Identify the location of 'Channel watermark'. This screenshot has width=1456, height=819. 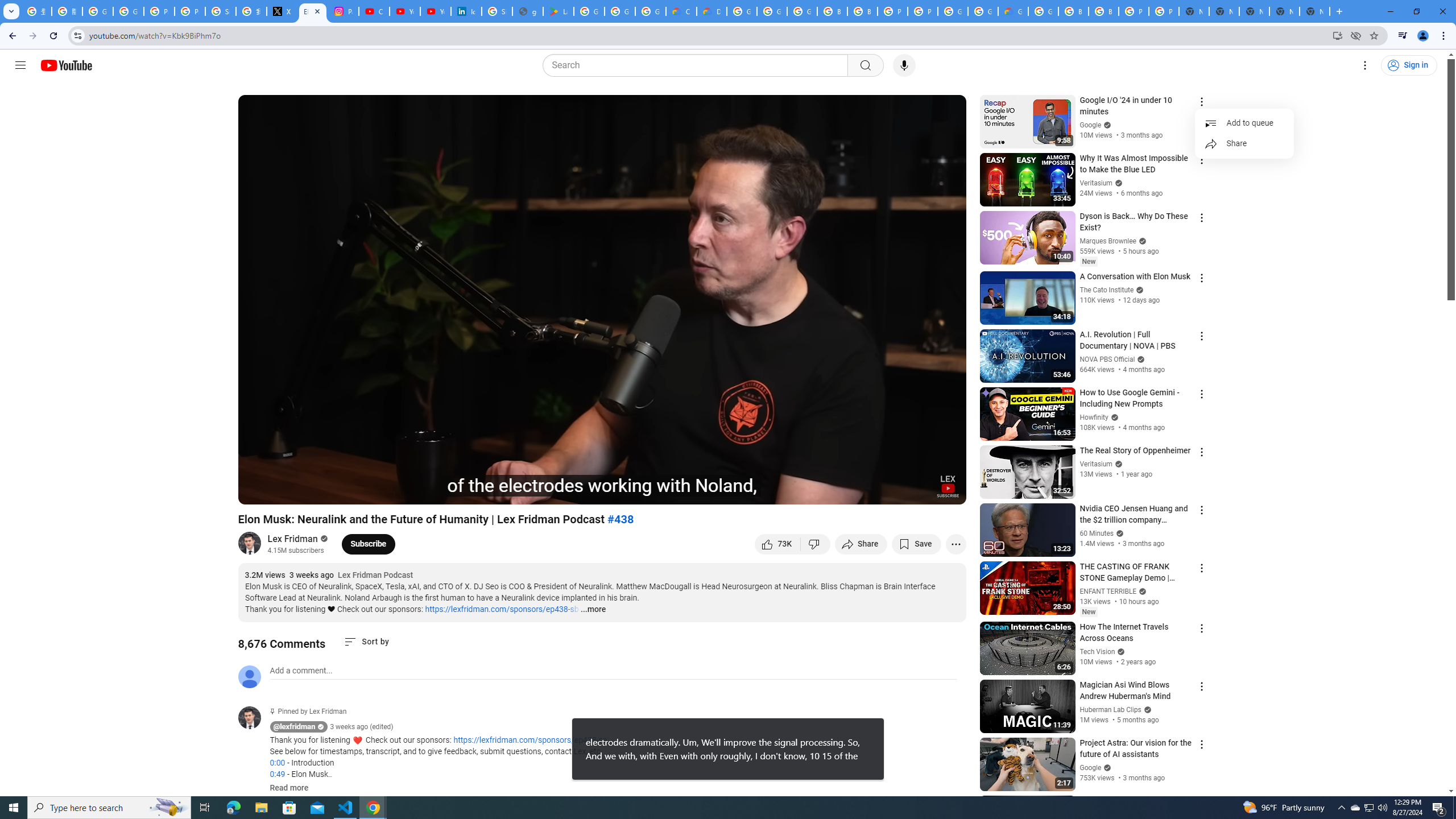
(948, 486).